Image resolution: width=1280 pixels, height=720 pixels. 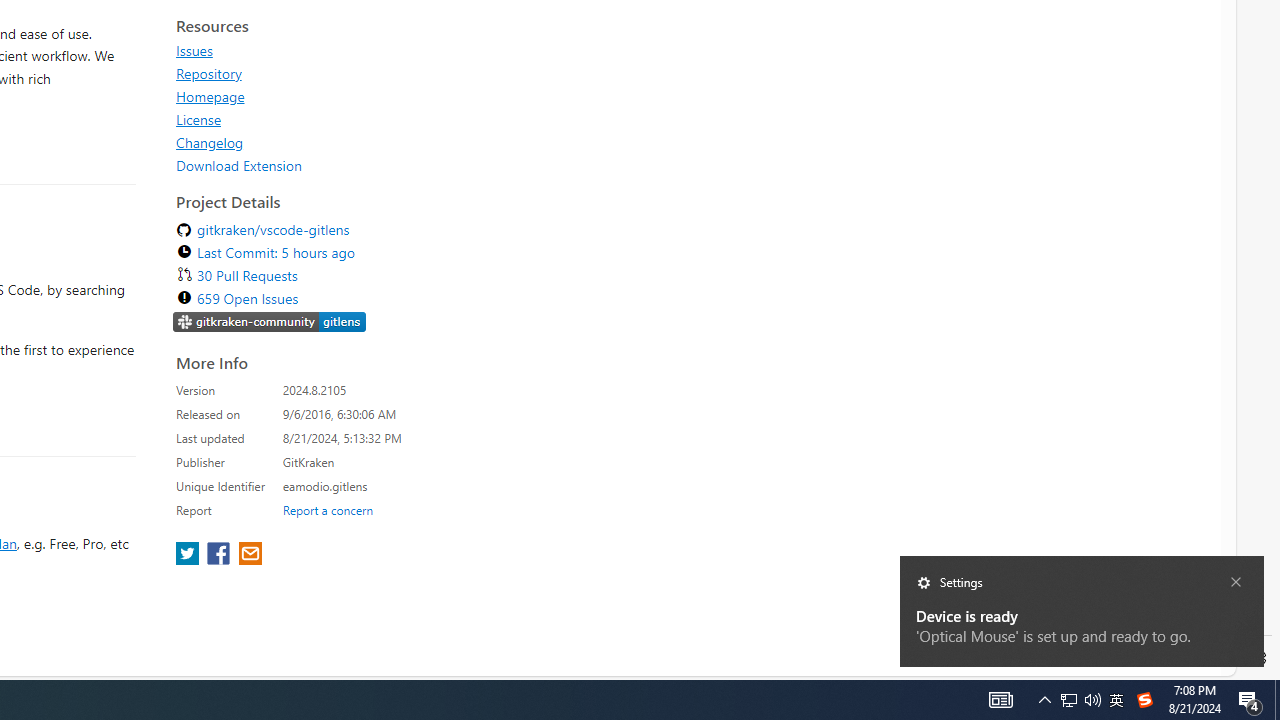 What do you see at coordinates (269, 320) in the screenshot?
I see `'https://slack.gitkraken.com//'` at bounding box center [269, 320].